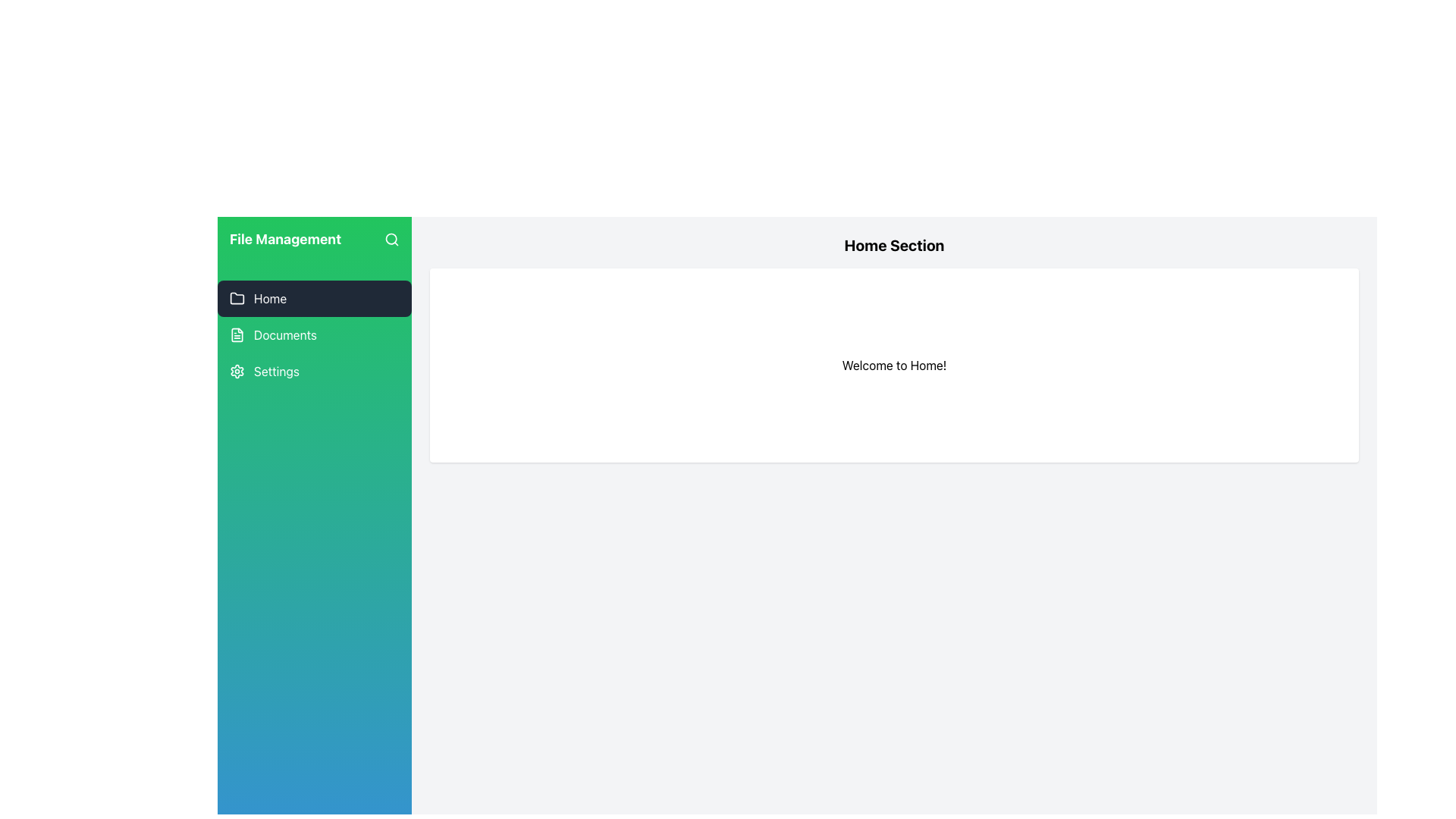  I want to click on the settings icon located at the bottom of the navigation sidebar, so click(236, 371).